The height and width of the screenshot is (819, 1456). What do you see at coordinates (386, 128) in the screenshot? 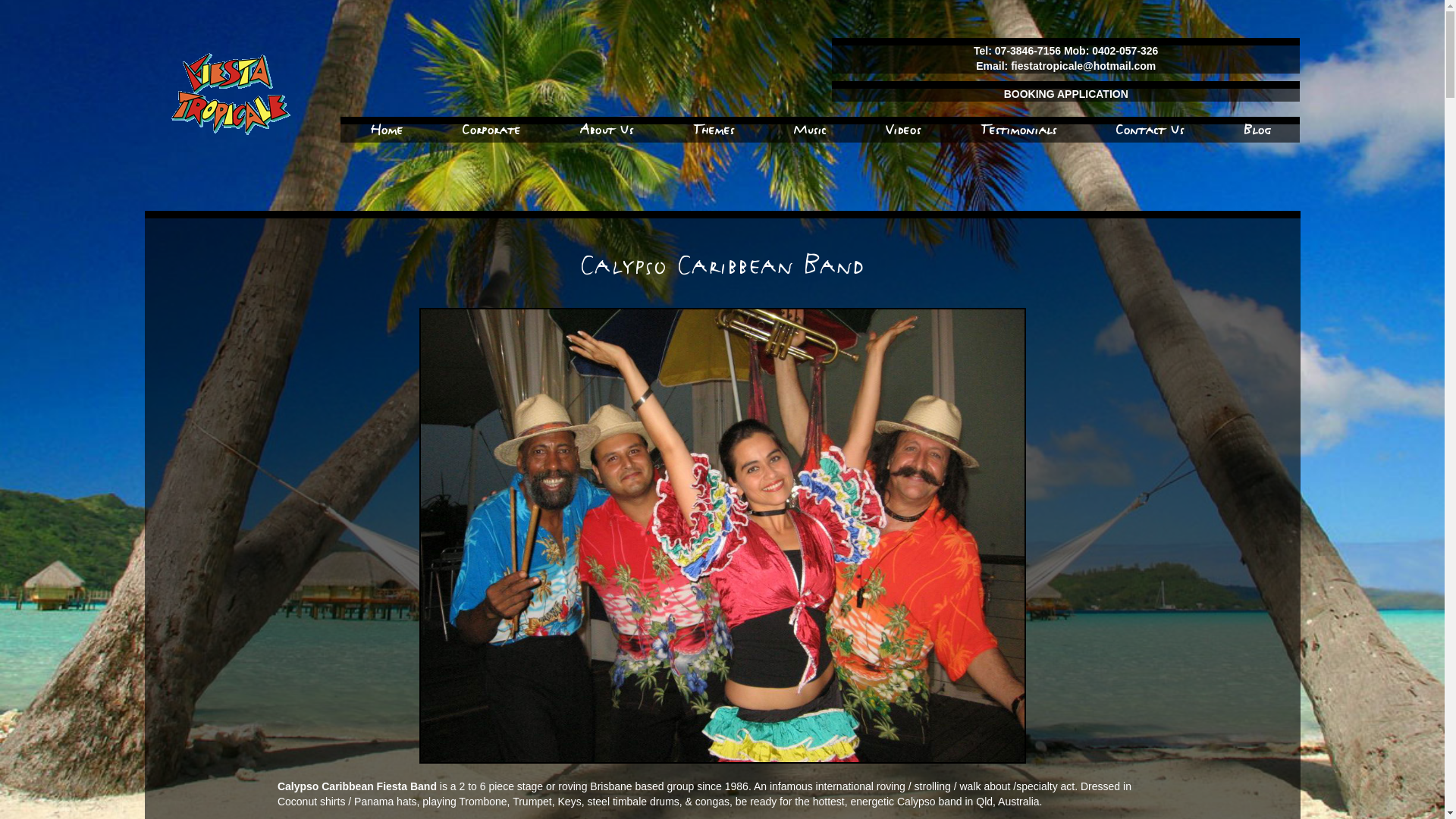
I see `'Home'` at bounding box center [386, 128].